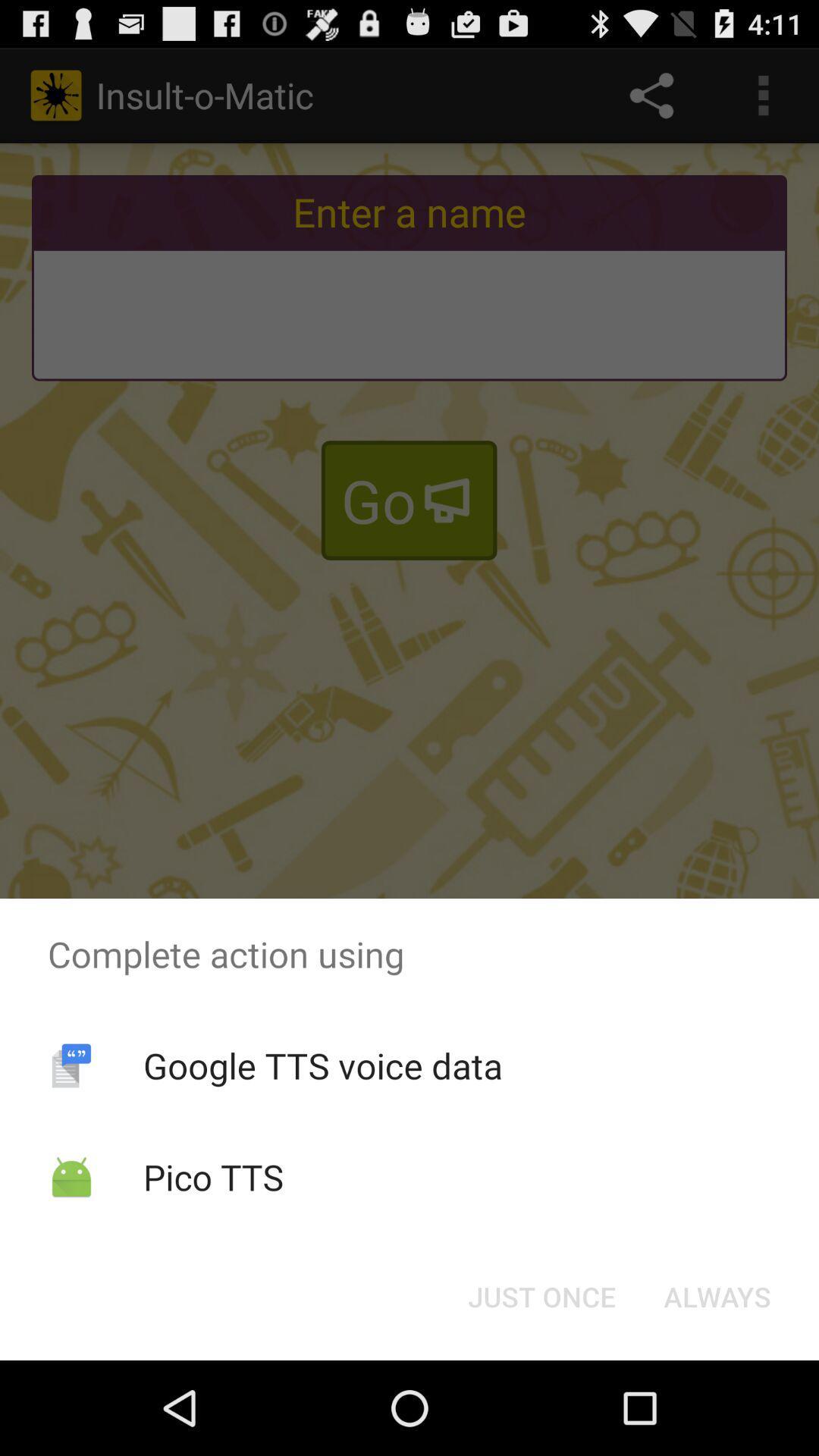 This screenshot has height=1456, width=819. I want to click on the item below google tts voice app, so click(541, 1295).